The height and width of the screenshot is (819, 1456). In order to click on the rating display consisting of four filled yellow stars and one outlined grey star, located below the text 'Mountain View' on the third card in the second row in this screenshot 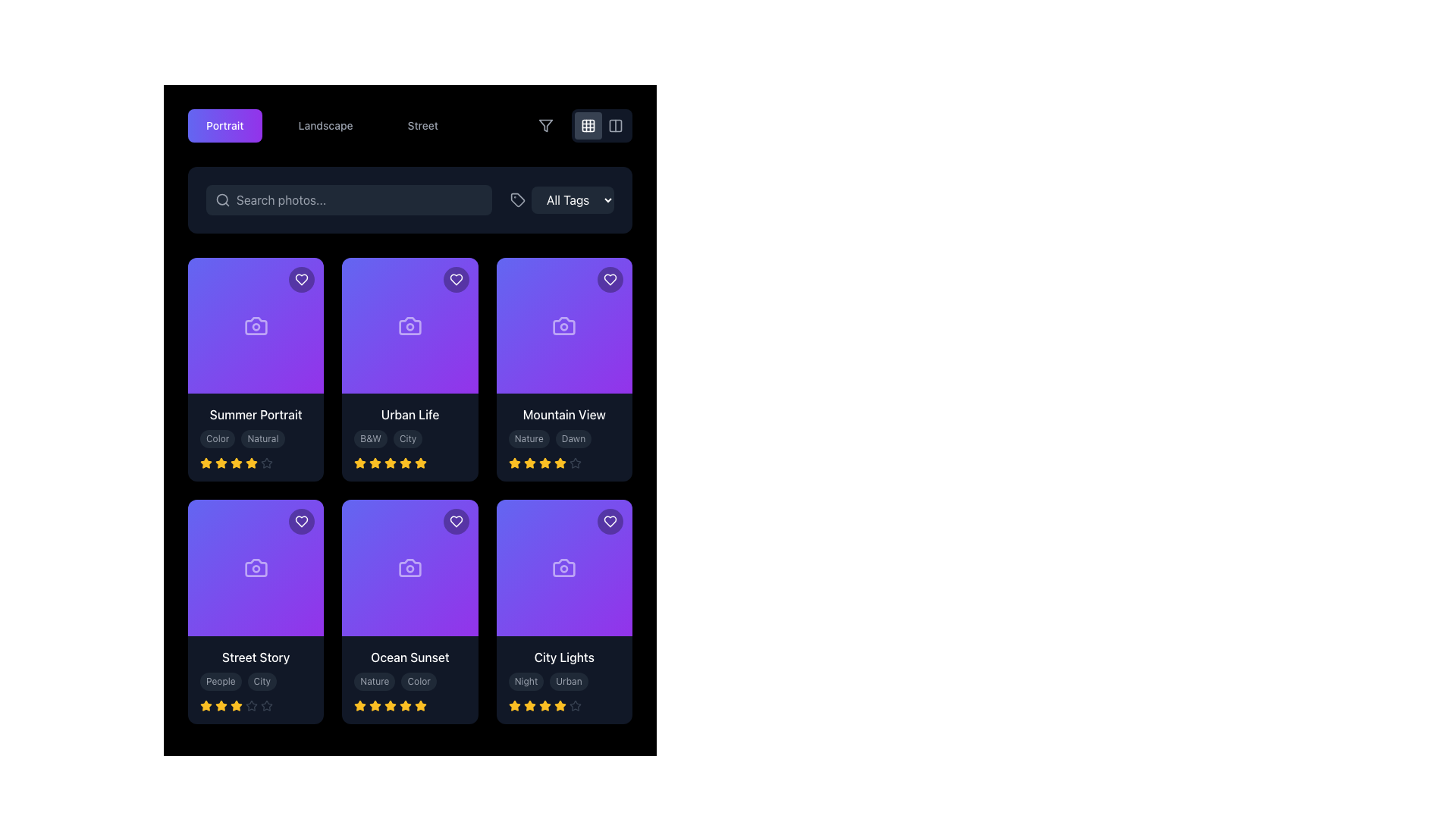, I will do `click(563, 463)`.